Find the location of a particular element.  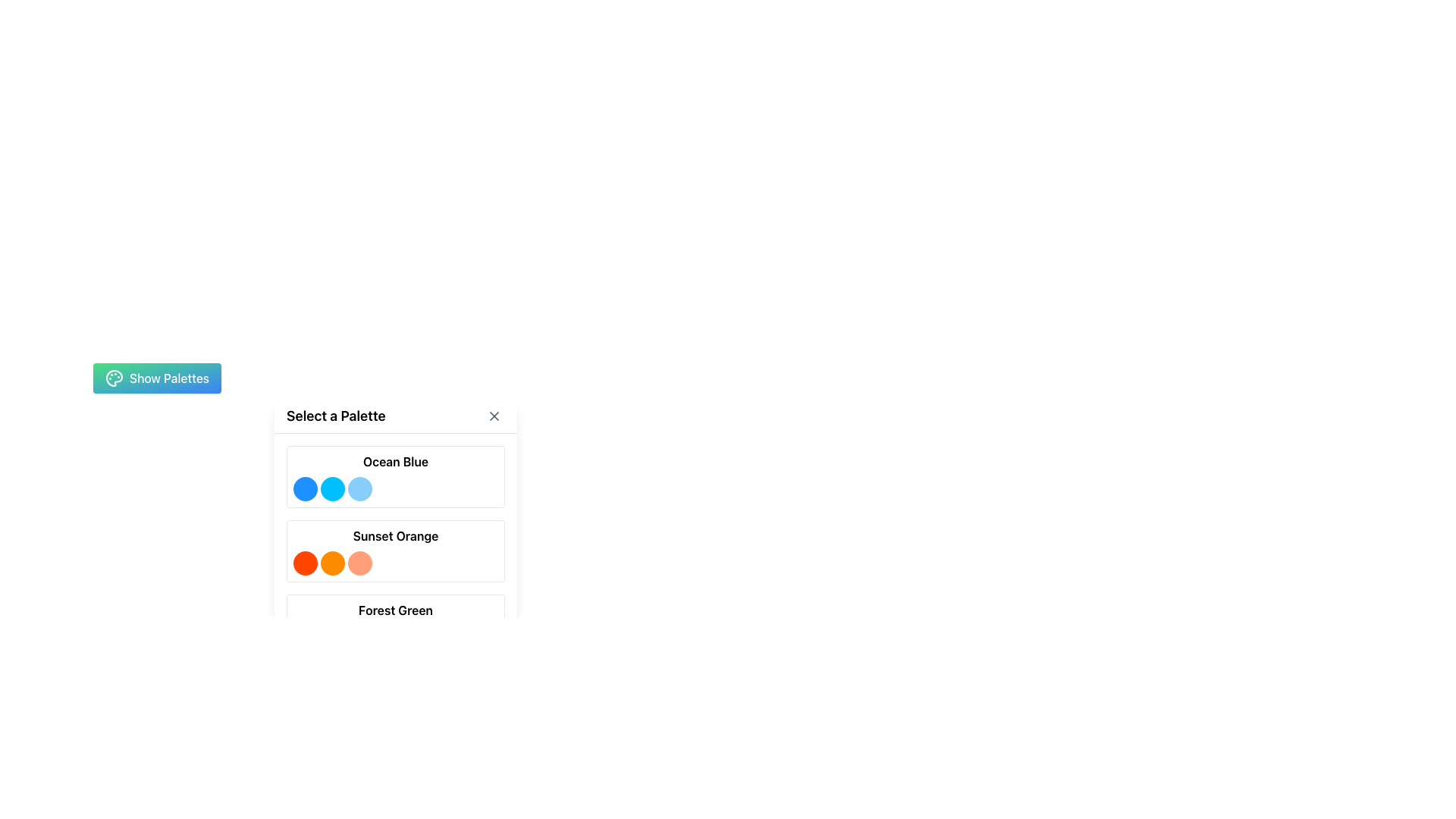

the small line segment of the 'X'-shaped close button icon located in the top right corner of the 'Select a Palette' popup is located at coordinates (494, 416).